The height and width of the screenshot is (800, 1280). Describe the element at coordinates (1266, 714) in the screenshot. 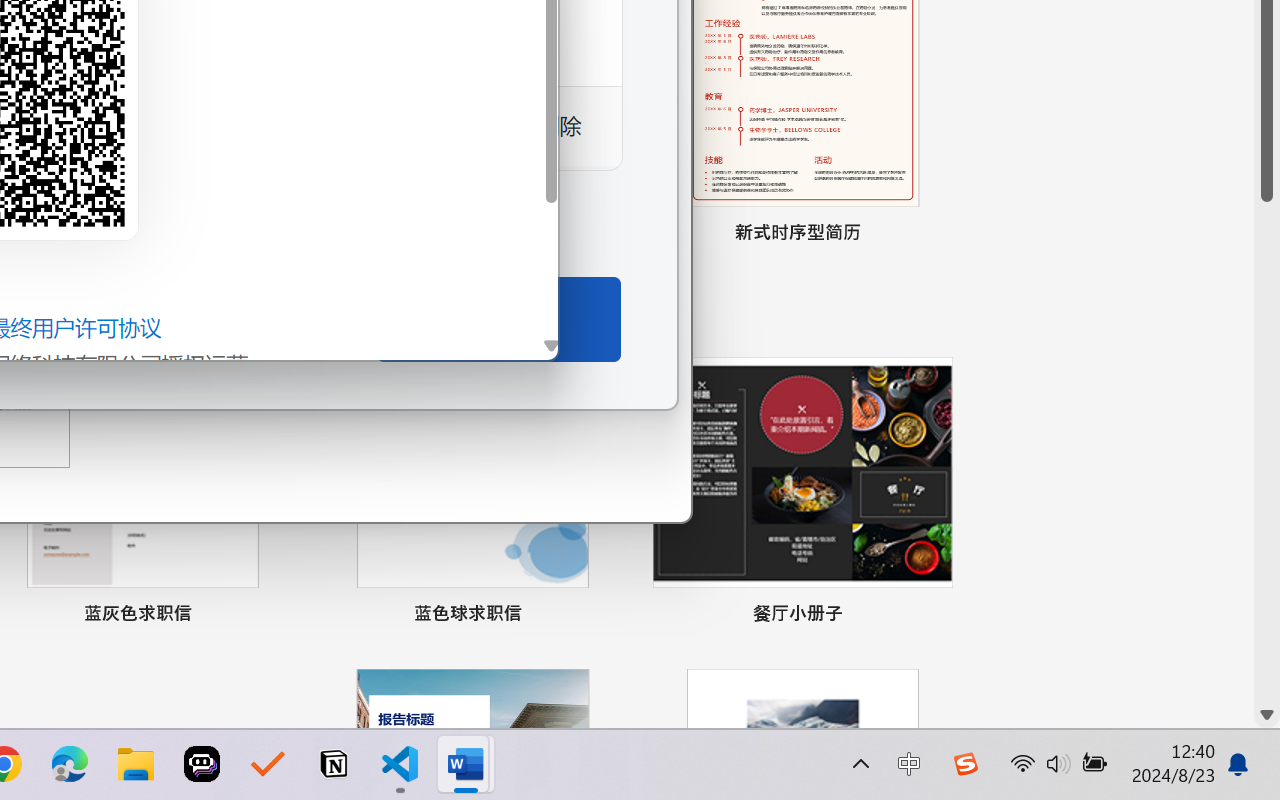

I see `'Line down'` at that location.